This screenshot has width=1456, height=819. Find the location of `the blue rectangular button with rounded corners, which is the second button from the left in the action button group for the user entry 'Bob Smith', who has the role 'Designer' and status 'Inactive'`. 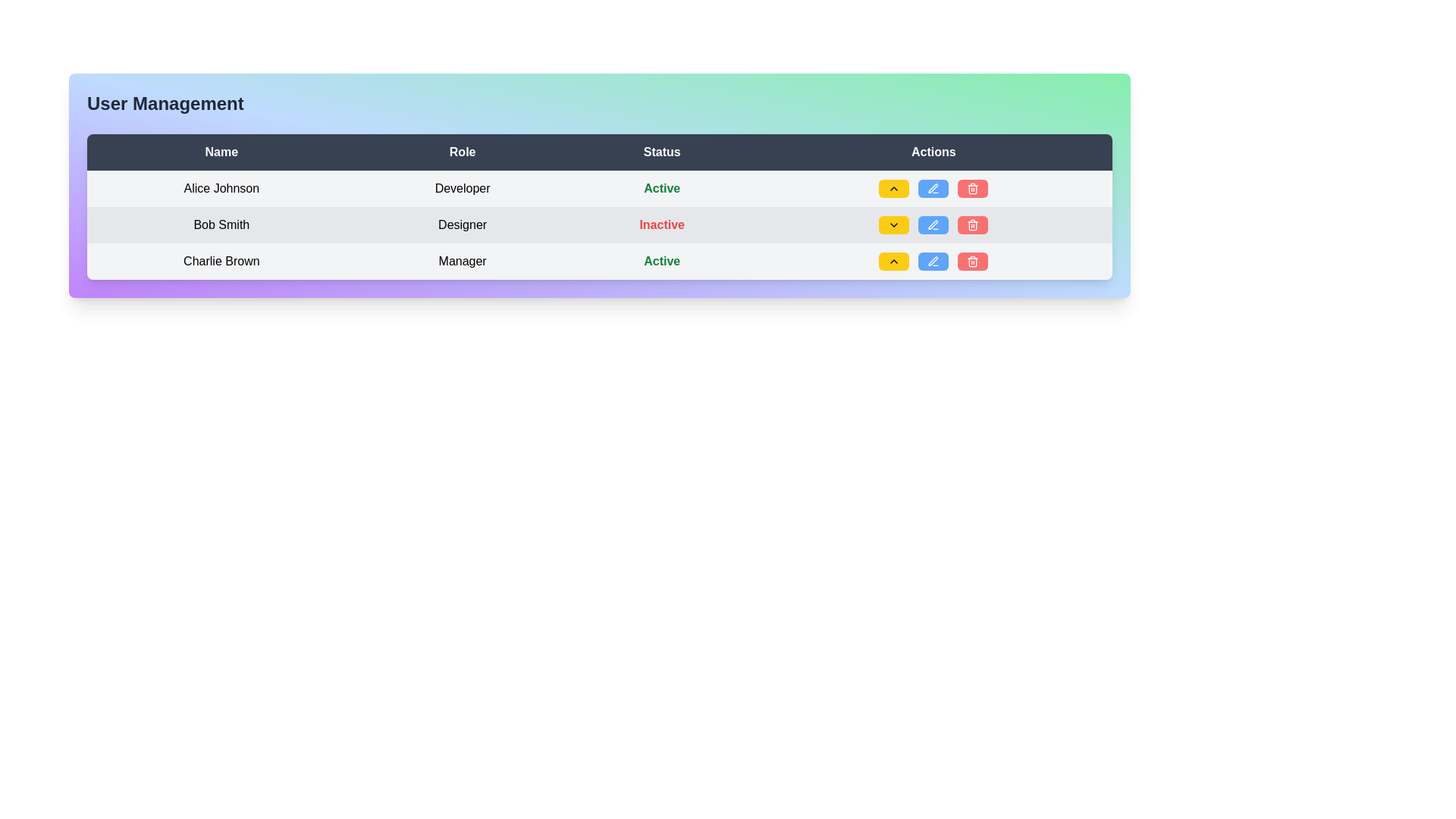

the blue rectangular button with rounded corners, which is the second button from the left in the action button group for the user entry 'Bob Smith', who has the role 'Designer' and status 'Inactive' is located at coordinates (933, 225).